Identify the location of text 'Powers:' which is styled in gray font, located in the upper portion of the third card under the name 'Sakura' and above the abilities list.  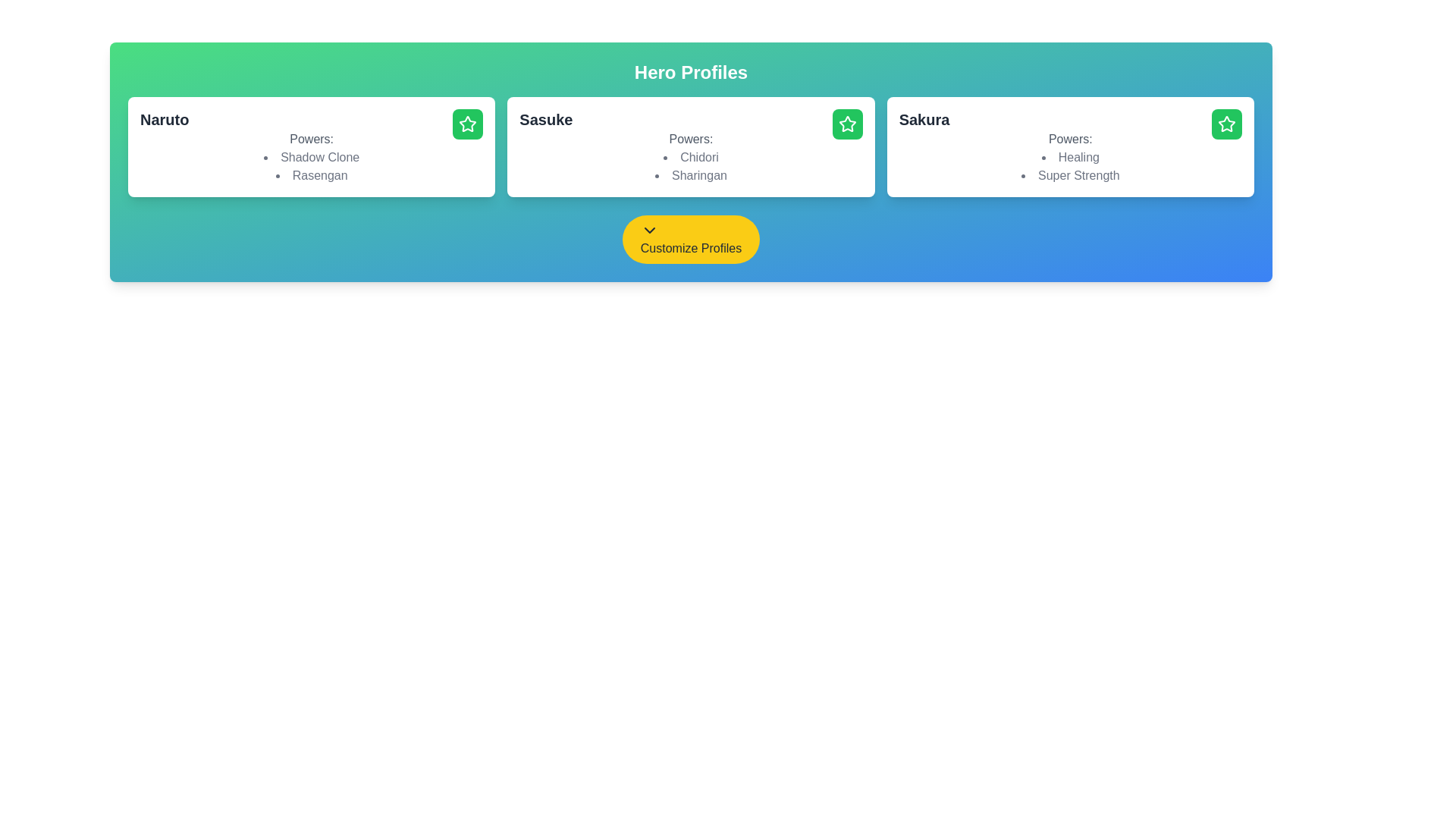
(1069, 140).